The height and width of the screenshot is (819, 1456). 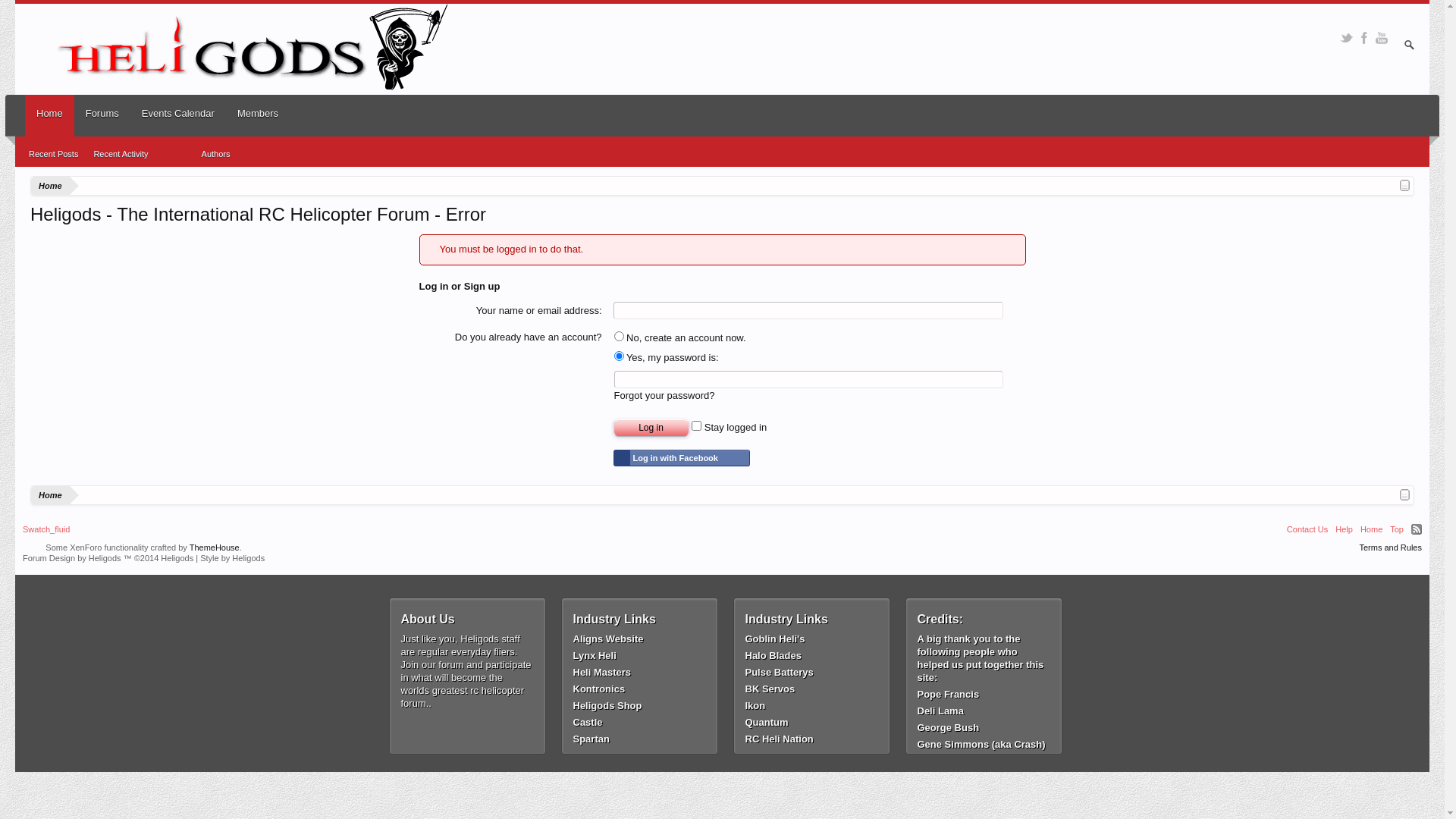 I want to click on 'Home', so click(x=49, y=116).